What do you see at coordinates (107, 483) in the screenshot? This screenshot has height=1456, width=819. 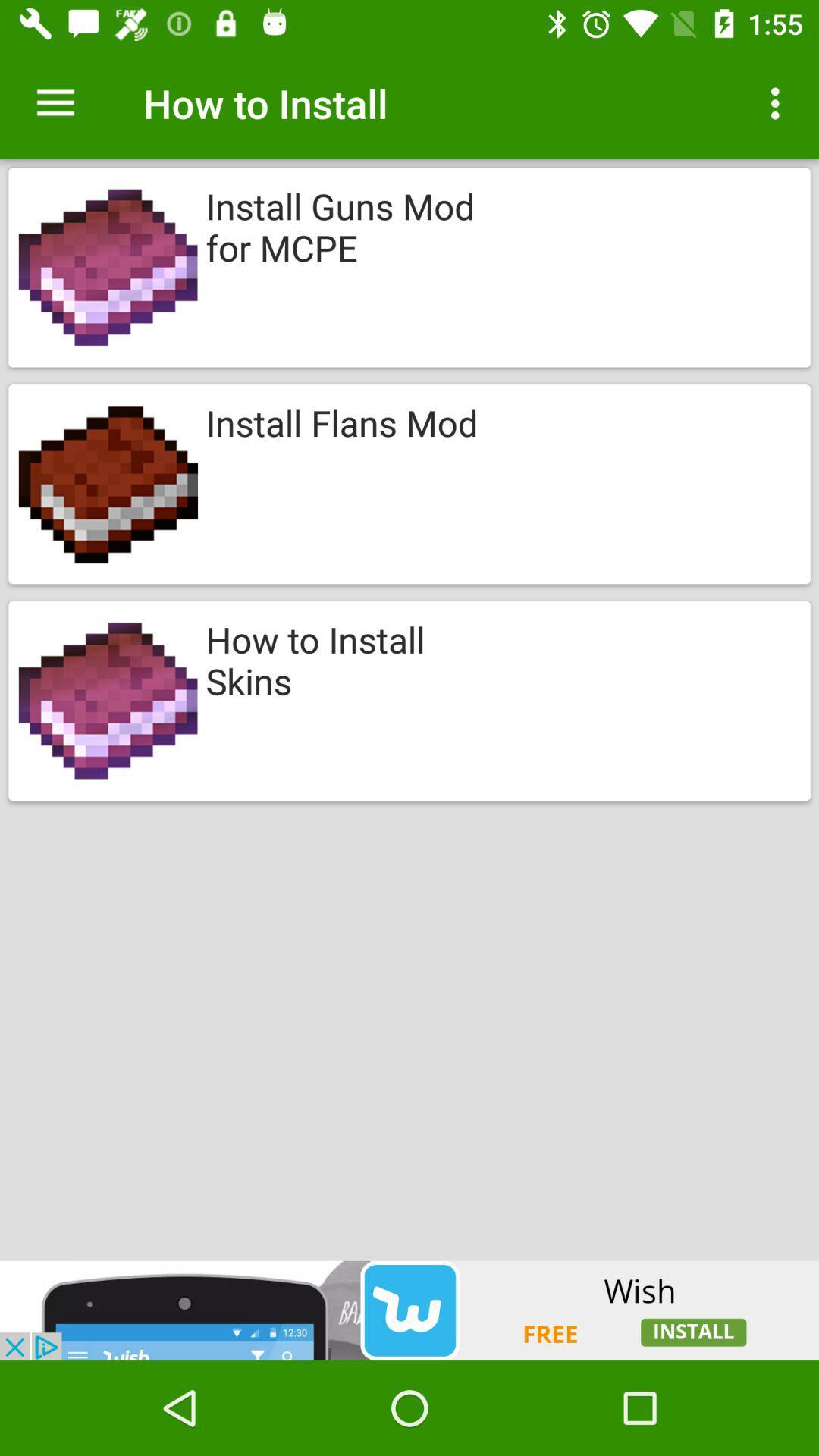 I see `tap on the second image below to how to install` at bounding box center [107, 483].